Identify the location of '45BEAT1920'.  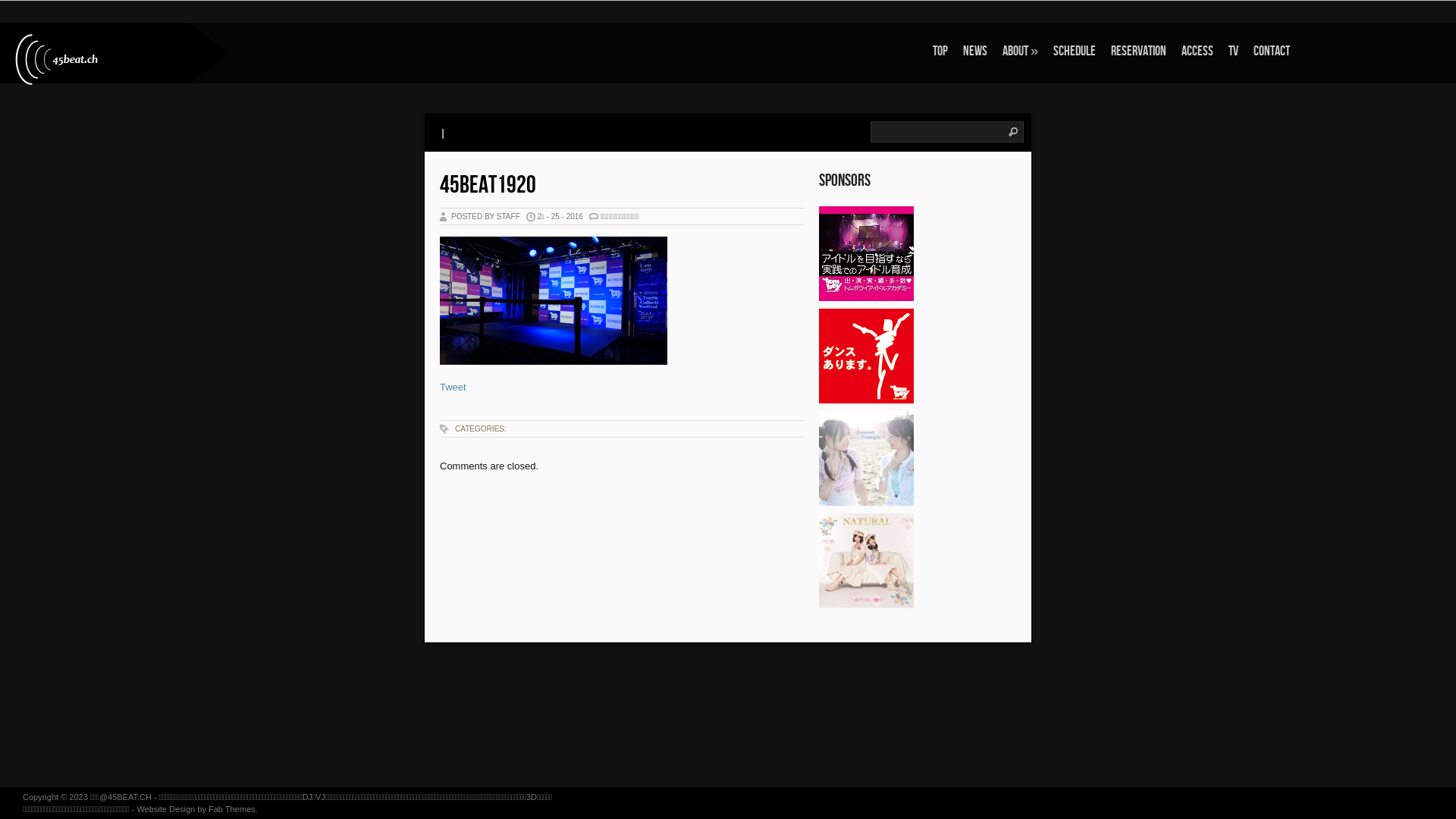
(488, 184).